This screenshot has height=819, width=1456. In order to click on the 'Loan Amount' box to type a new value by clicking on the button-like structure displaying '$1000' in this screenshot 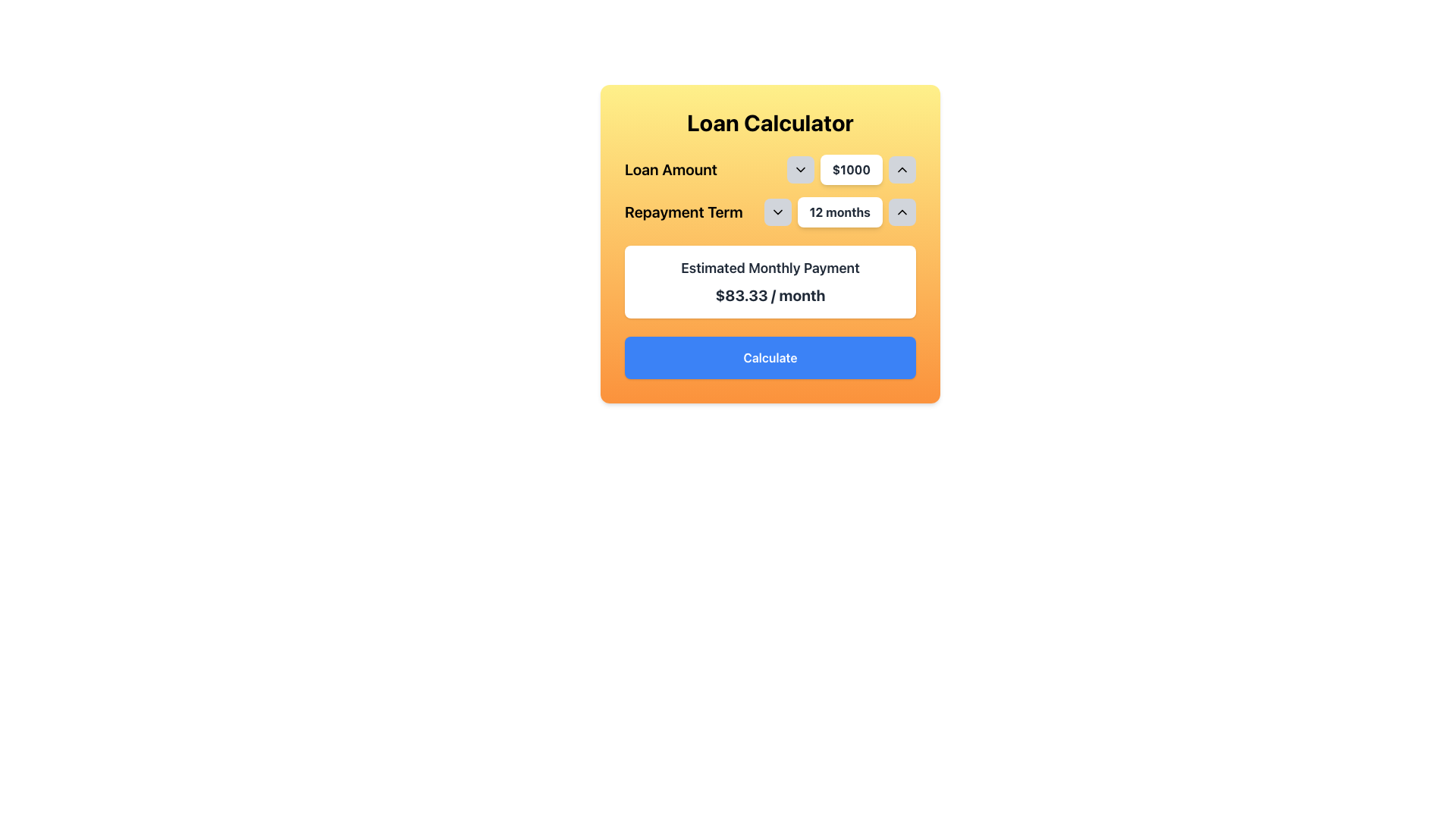, I will do `click(770, 169)`.